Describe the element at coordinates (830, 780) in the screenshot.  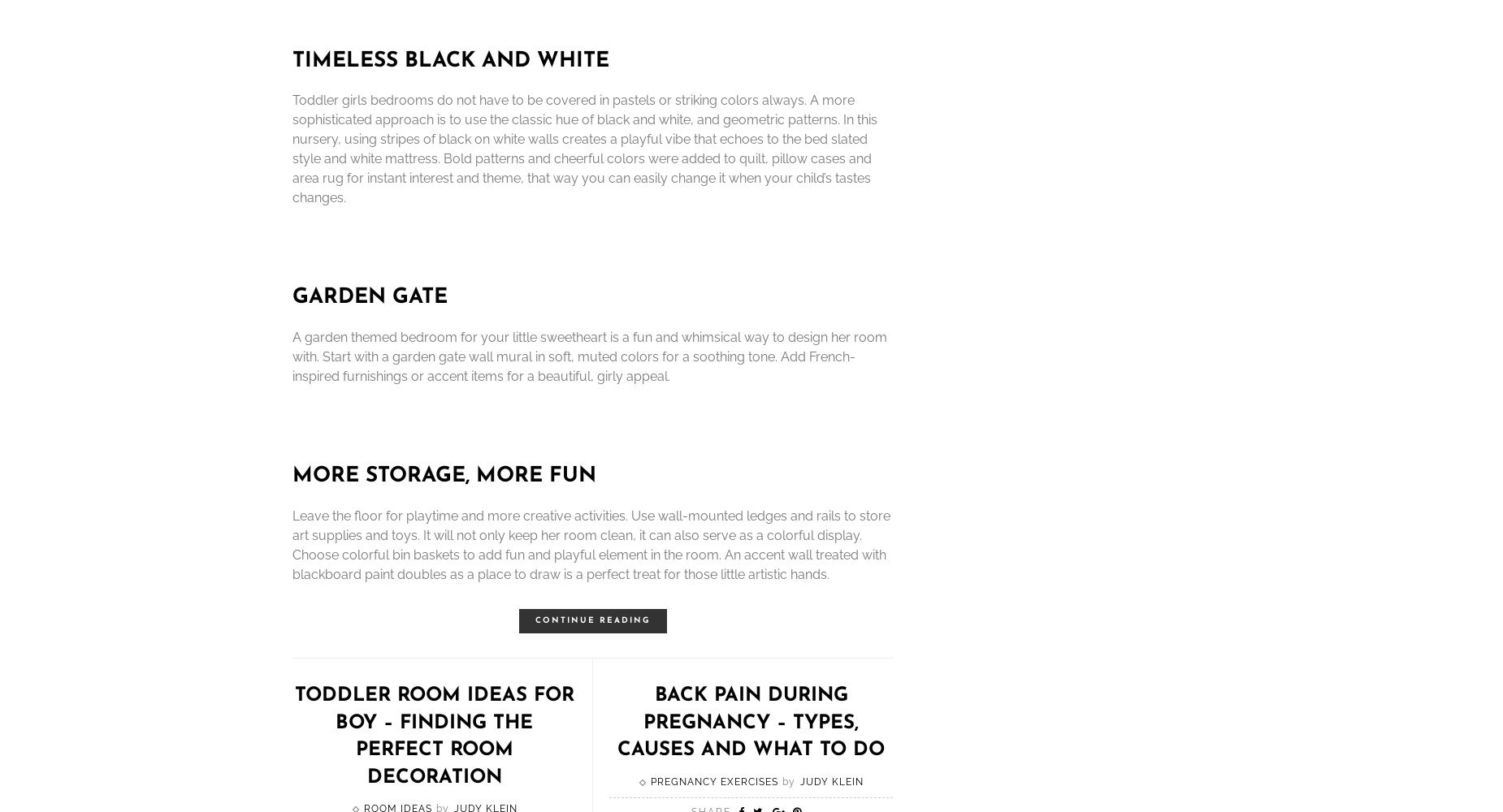
I see `'Judy Klein'` at that location.